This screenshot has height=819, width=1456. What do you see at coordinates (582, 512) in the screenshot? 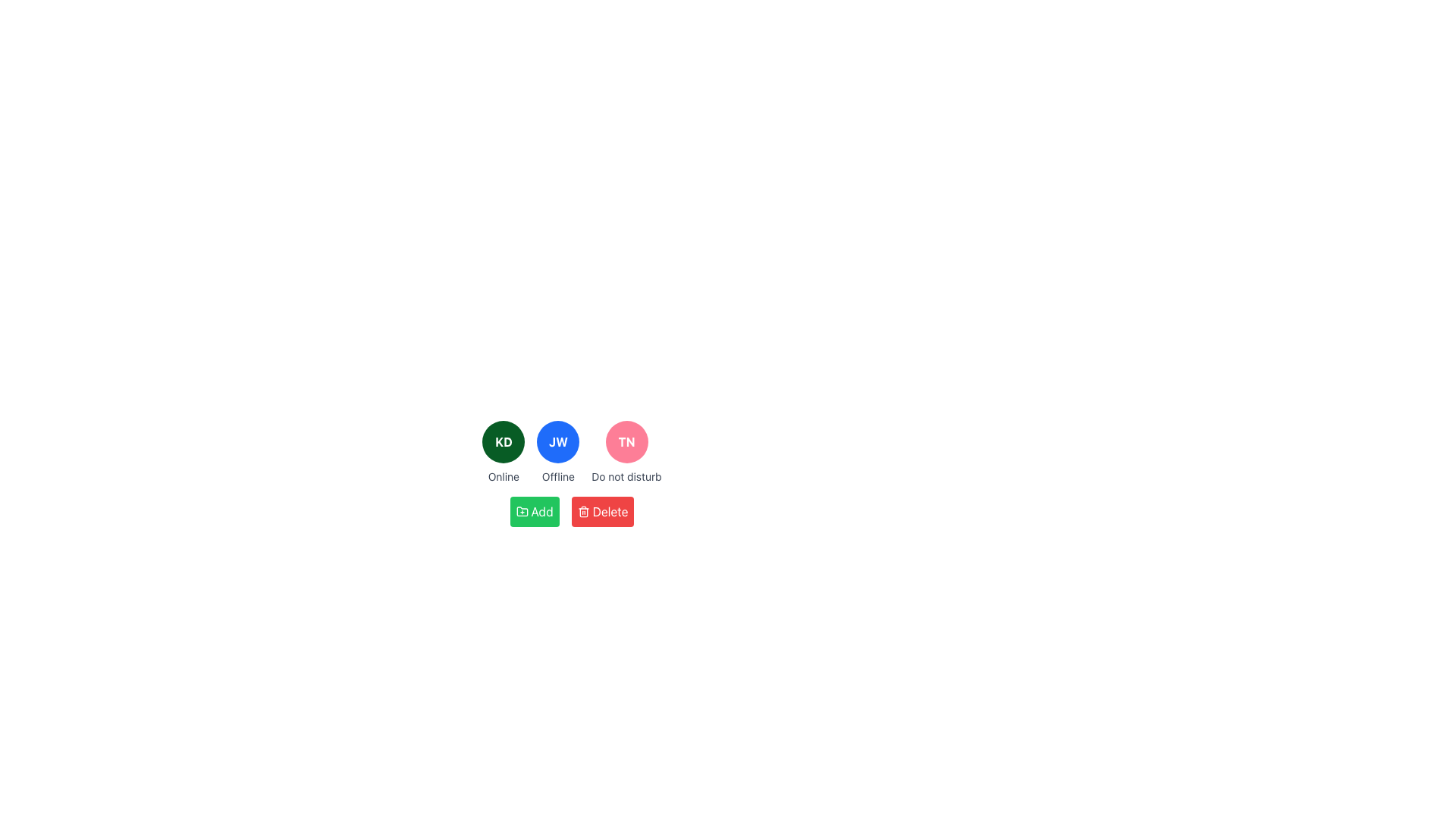
I see `the trash bin icon, which is the rightmost icon in the row of buttons beneath the user circles ('KD', 'JW', 'TN'), to initiate a delete action` at bounding box center [582, 512].